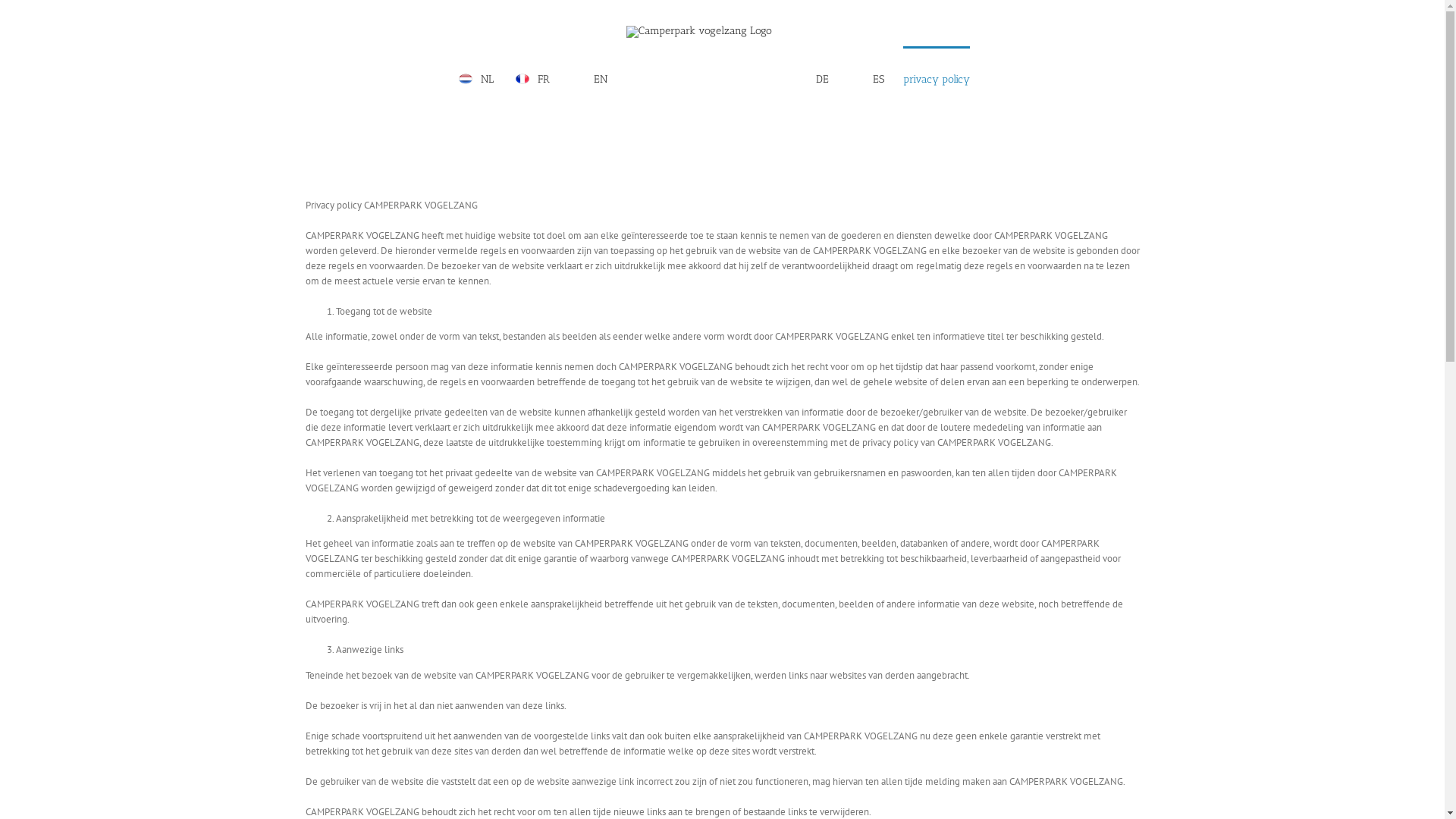 The height and width of the screenshot is (819, 1456). What do you see at coordinates (800, 79) in the screenshot?
I see `'germany_640'` at bounding box center [800, 79].